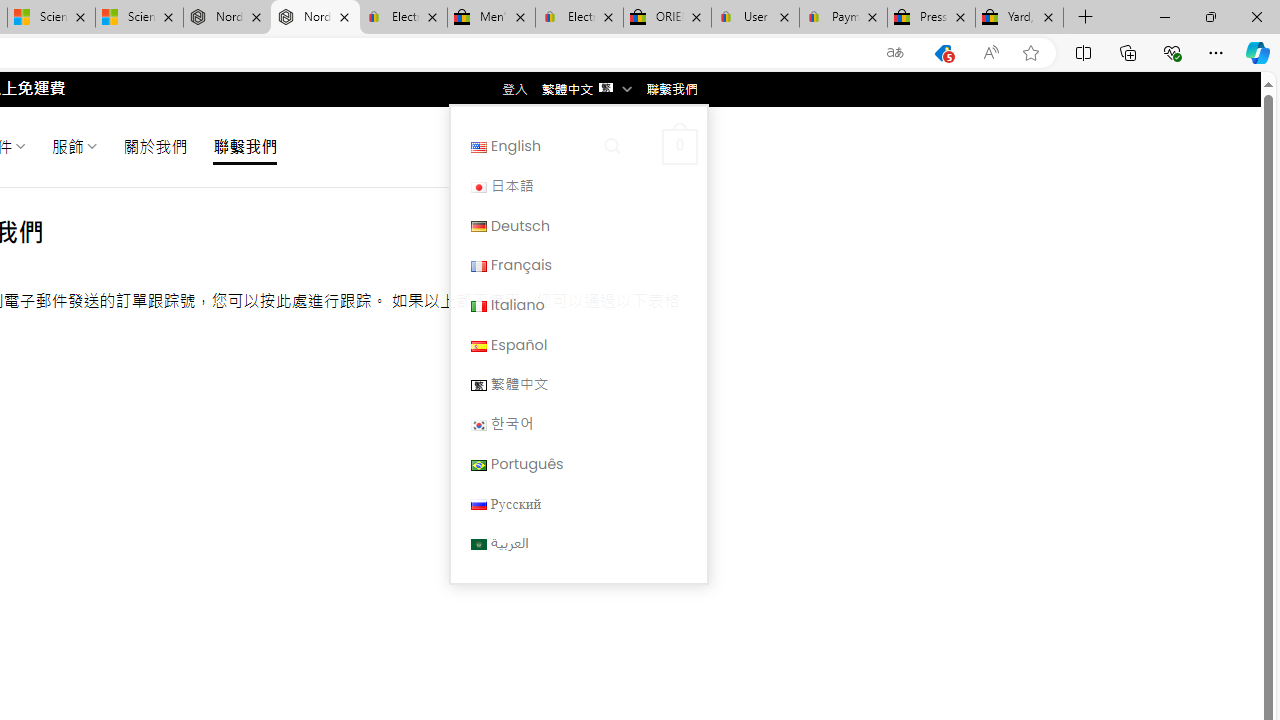 Image resolution: width=1280 pixels, height=720 pixels. What do you see at coordinates (577, 225) in the screenshot?
I see `' Deutsch'` at bounding box center [577, 225].